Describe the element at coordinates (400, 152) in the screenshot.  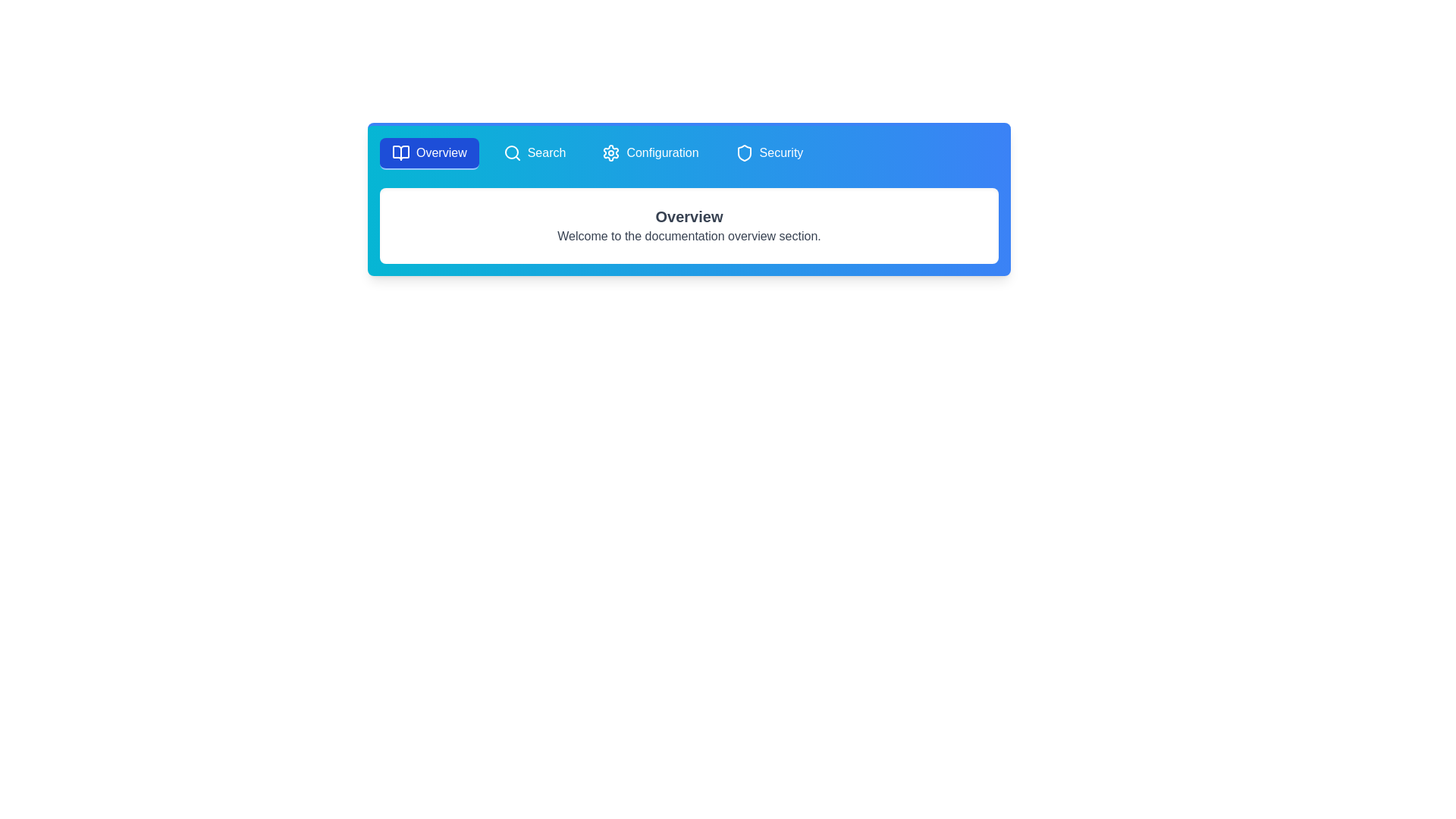
I see `the open book icon located on the left side of the 'Overview' button in the navigation bar` at that location.